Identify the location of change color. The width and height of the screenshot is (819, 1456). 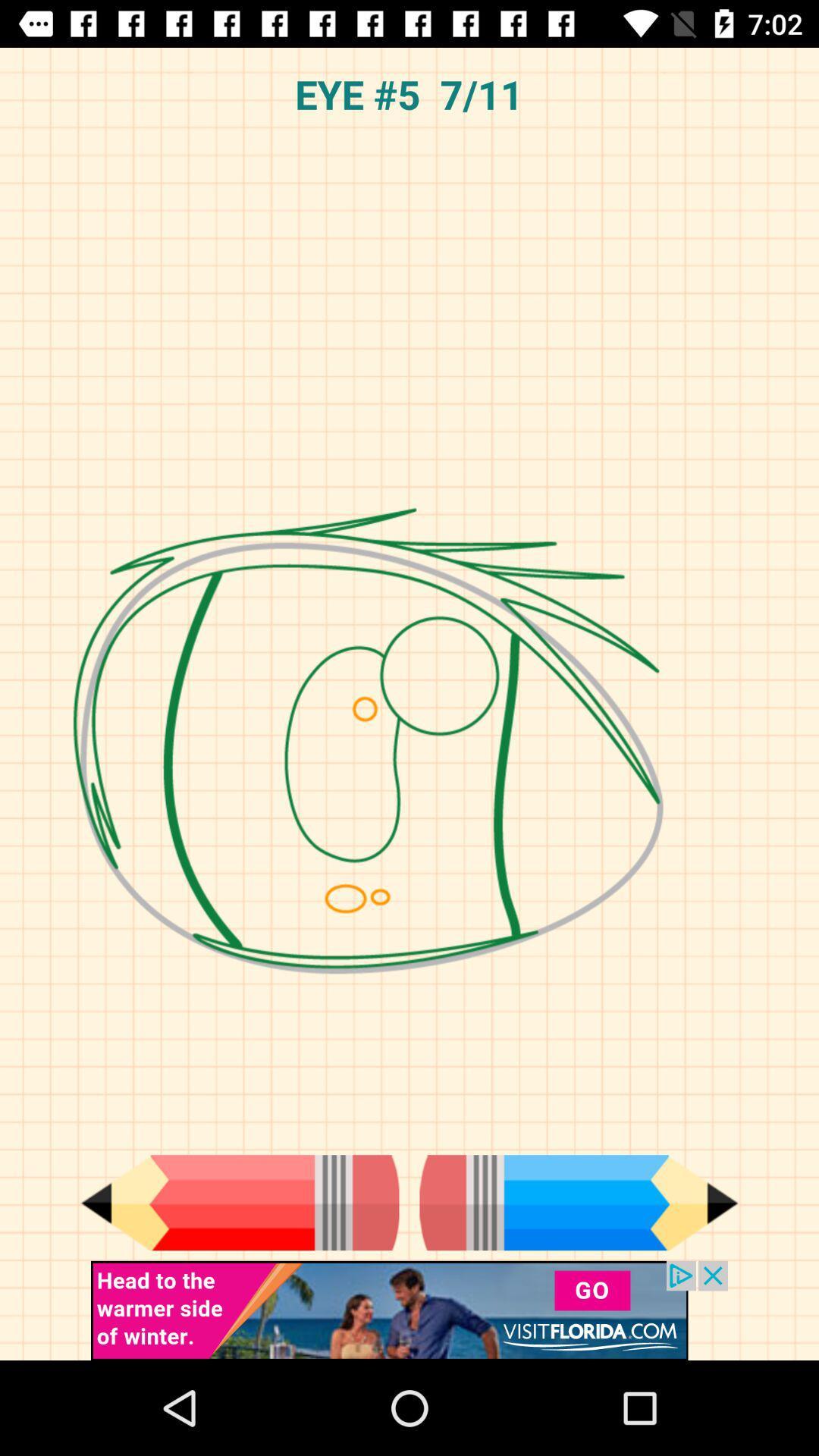
(239, 1202).